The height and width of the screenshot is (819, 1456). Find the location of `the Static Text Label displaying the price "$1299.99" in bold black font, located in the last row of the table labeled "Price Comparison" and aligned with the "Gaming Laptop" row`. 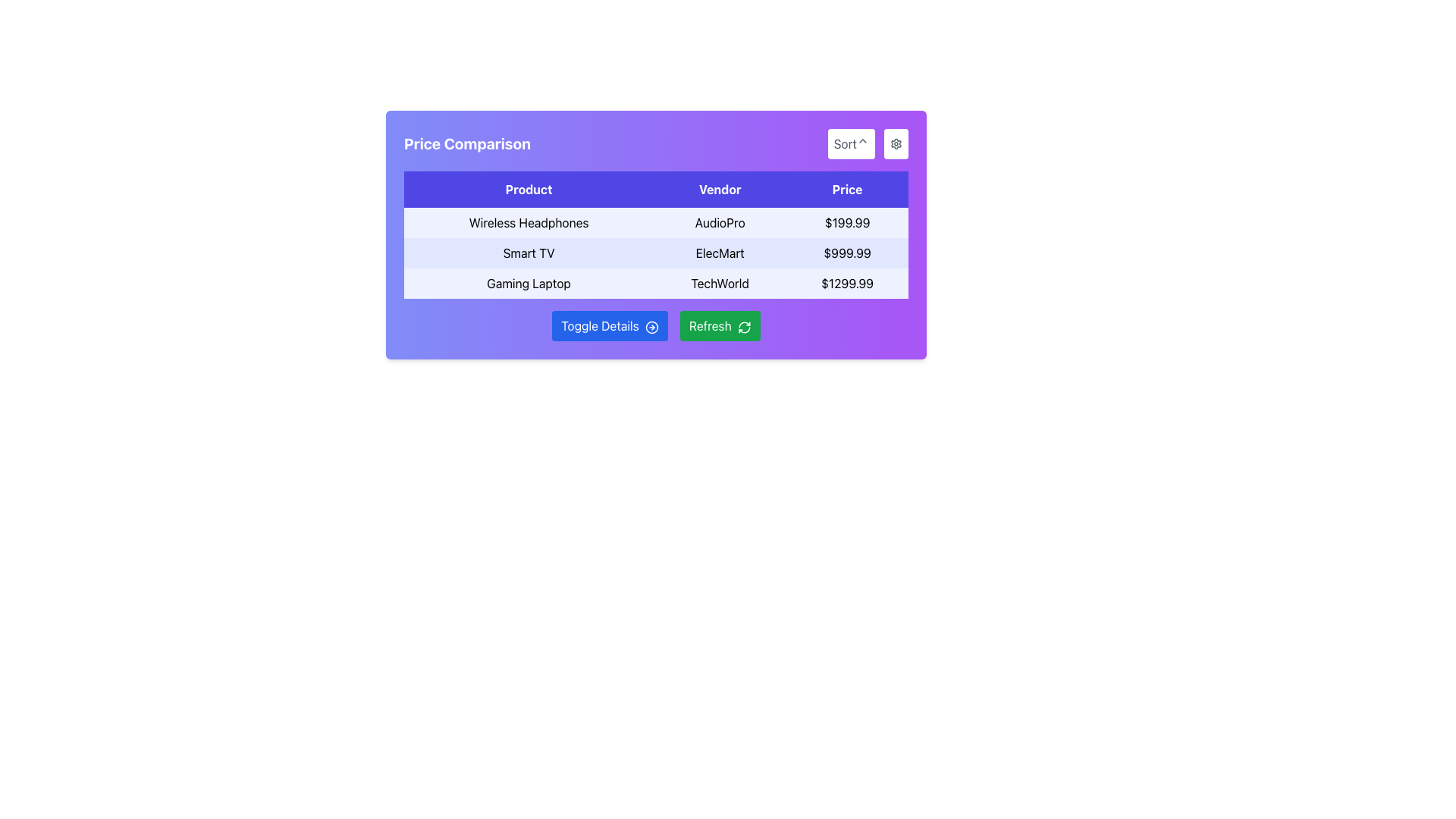

the Static Text Label displaying the price "$1299.99" in bold black font, located in the last row of the table labeled "Price Comparison" and aligned with the "Gaming Laptop" row is located at coordinates (846, 284).